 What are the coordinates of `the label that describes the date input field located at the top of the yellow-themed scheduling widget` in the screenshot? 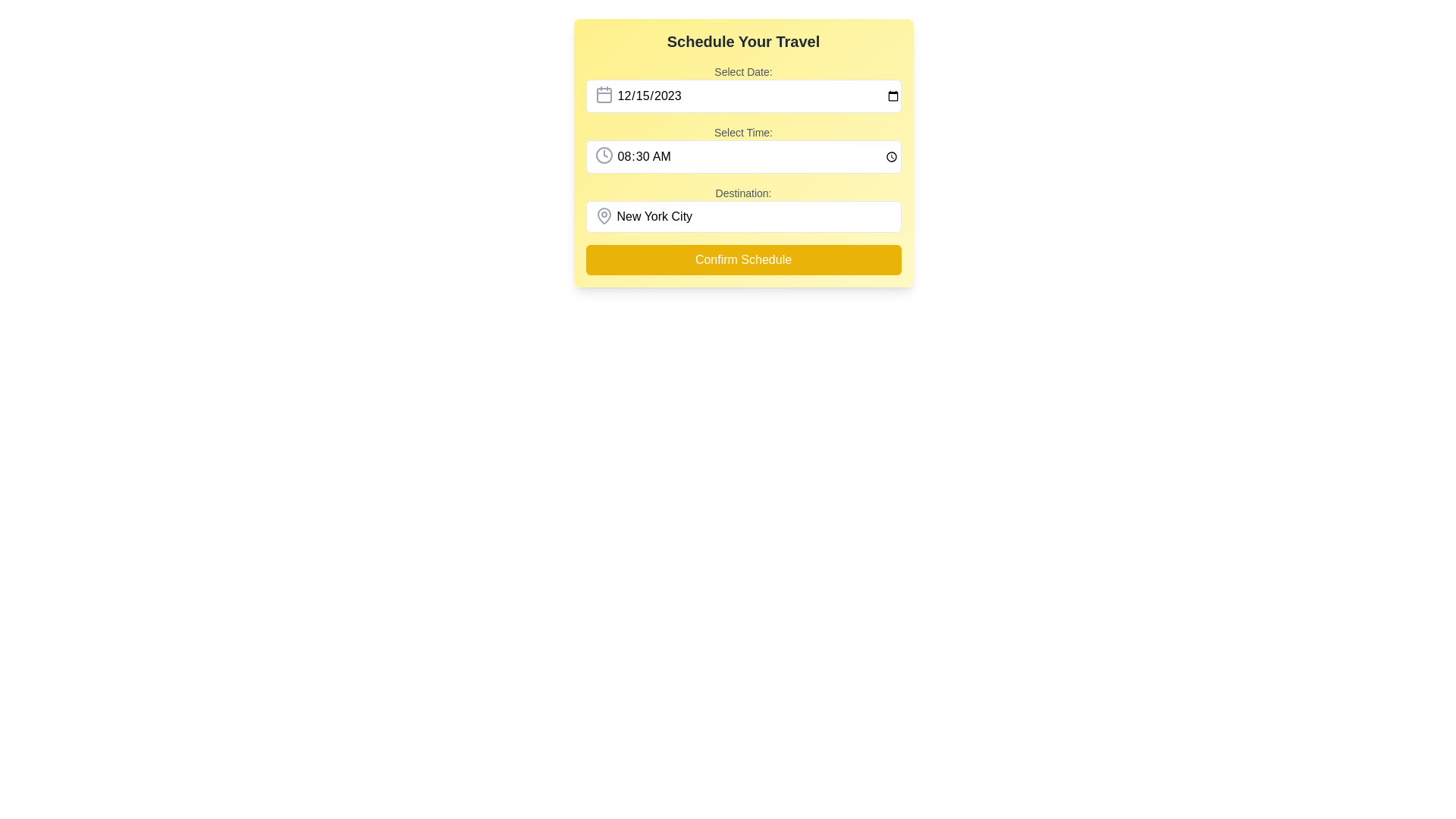 It's located at (743, 72).